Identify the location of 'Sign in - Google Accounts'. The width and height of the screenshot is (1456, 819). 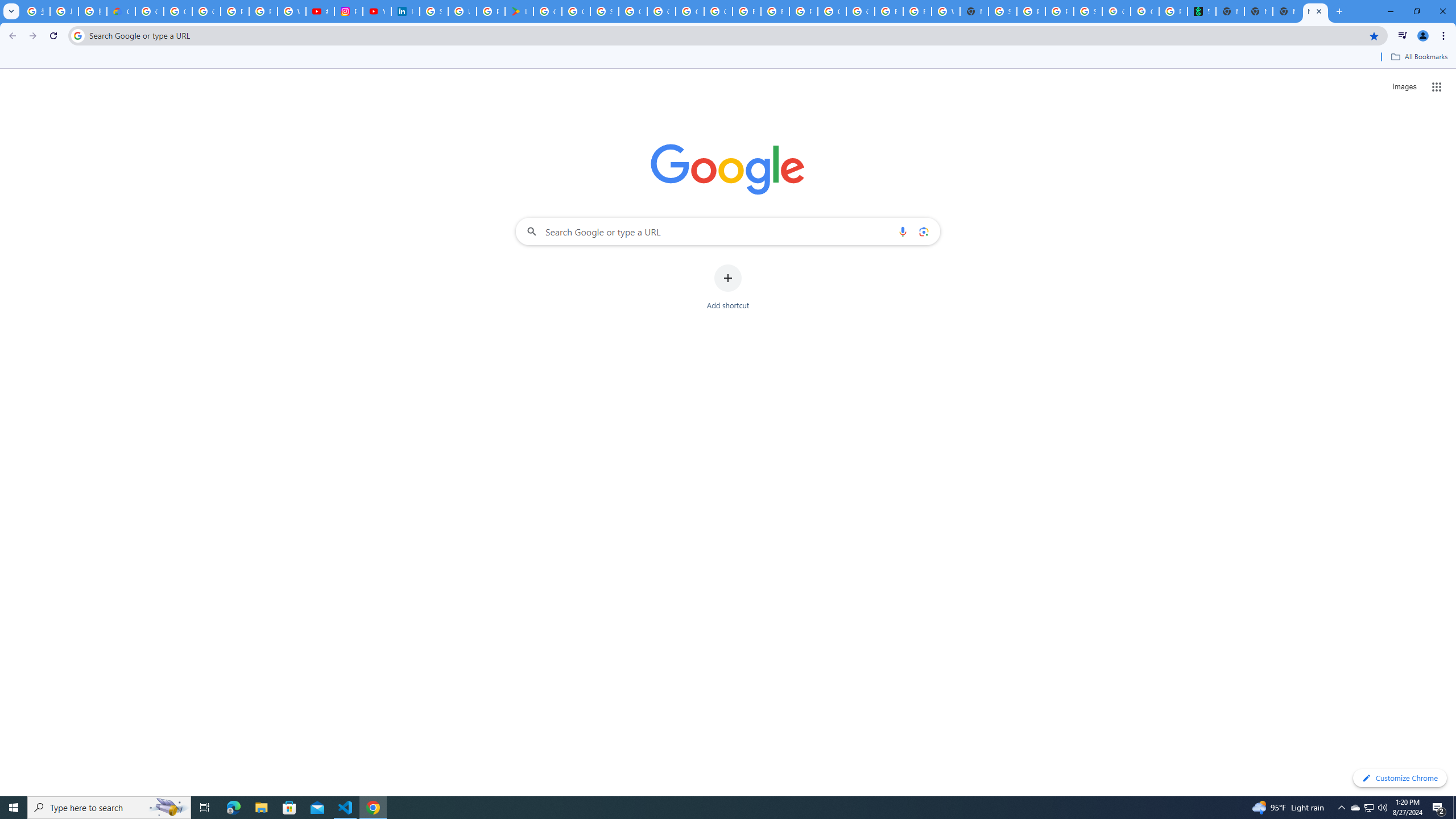
(433, 11).